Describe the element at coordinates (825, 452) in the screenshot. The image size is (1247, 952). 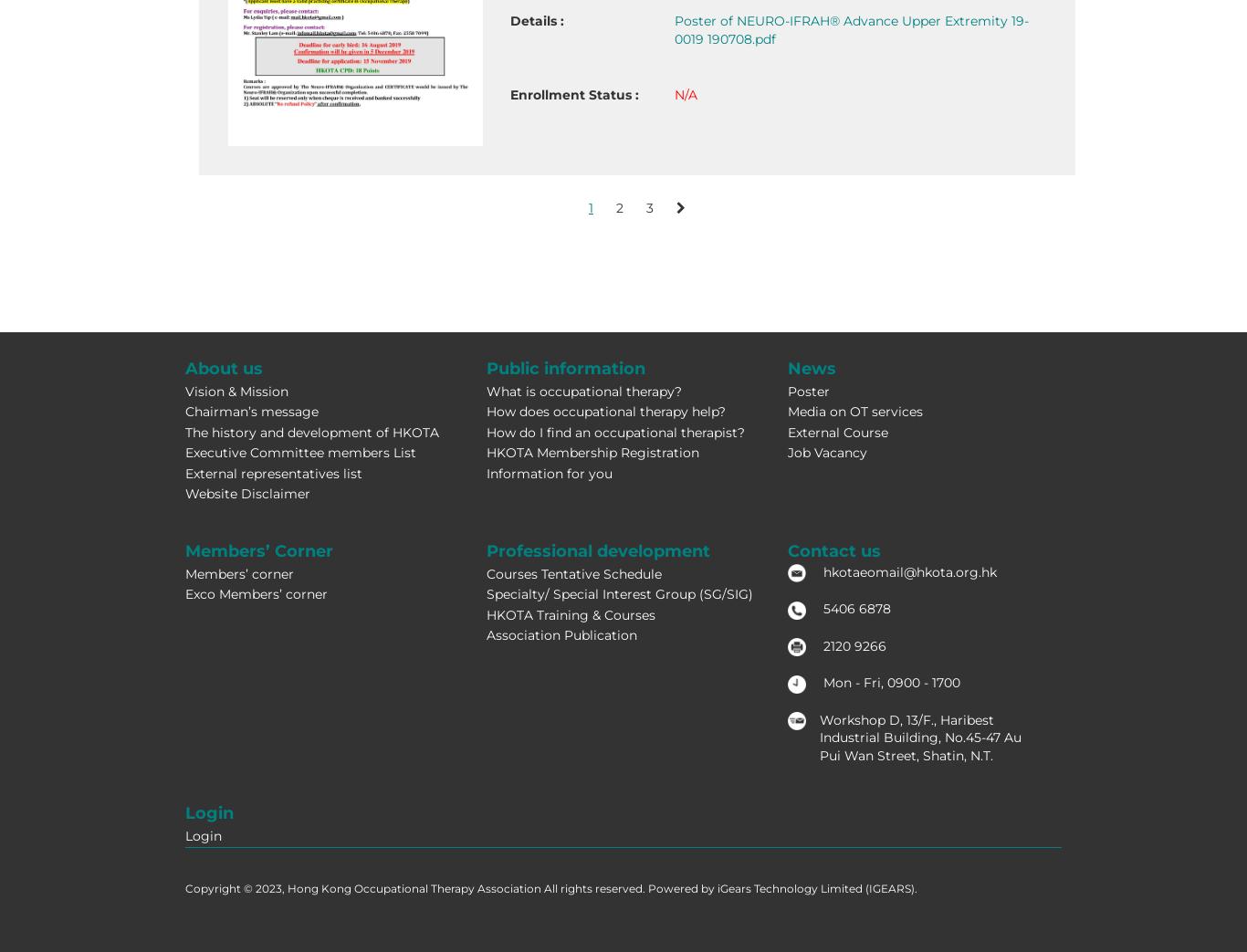
I see `'Job Vacancy'` at that location.